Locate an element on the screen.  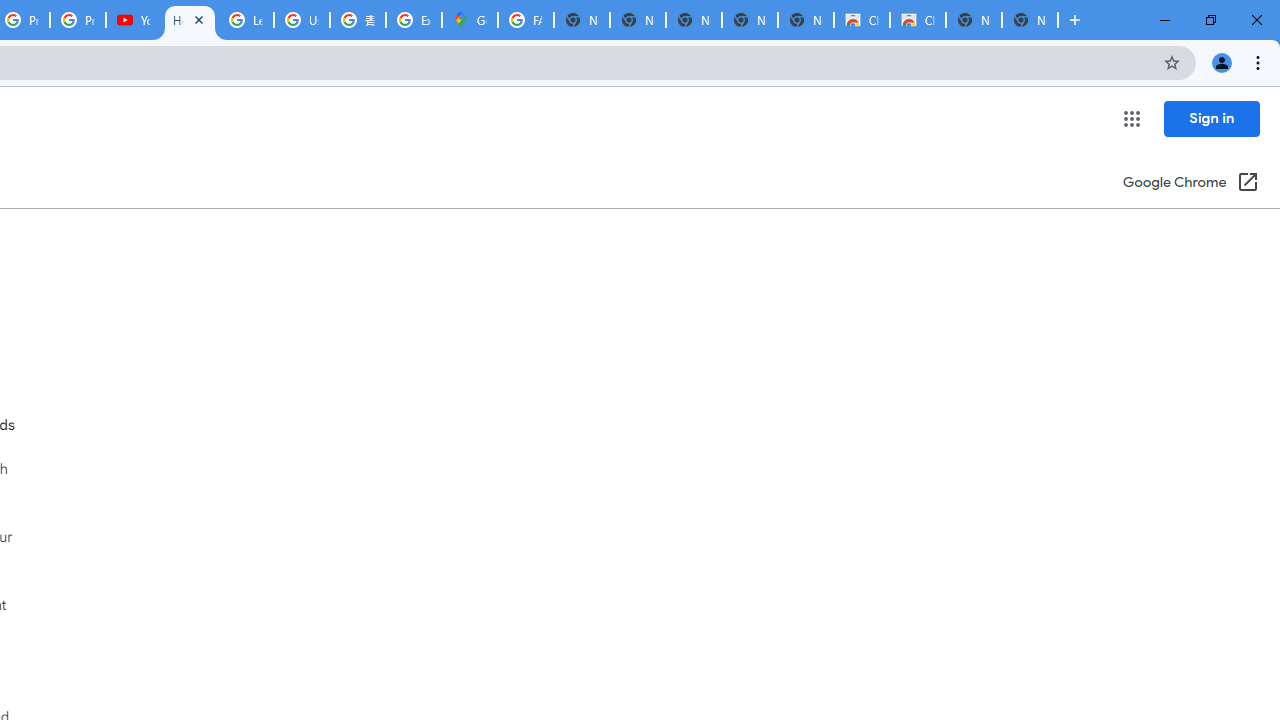
'Classic Blue - Chrome Web Store' is located at coordinates (916, 20).